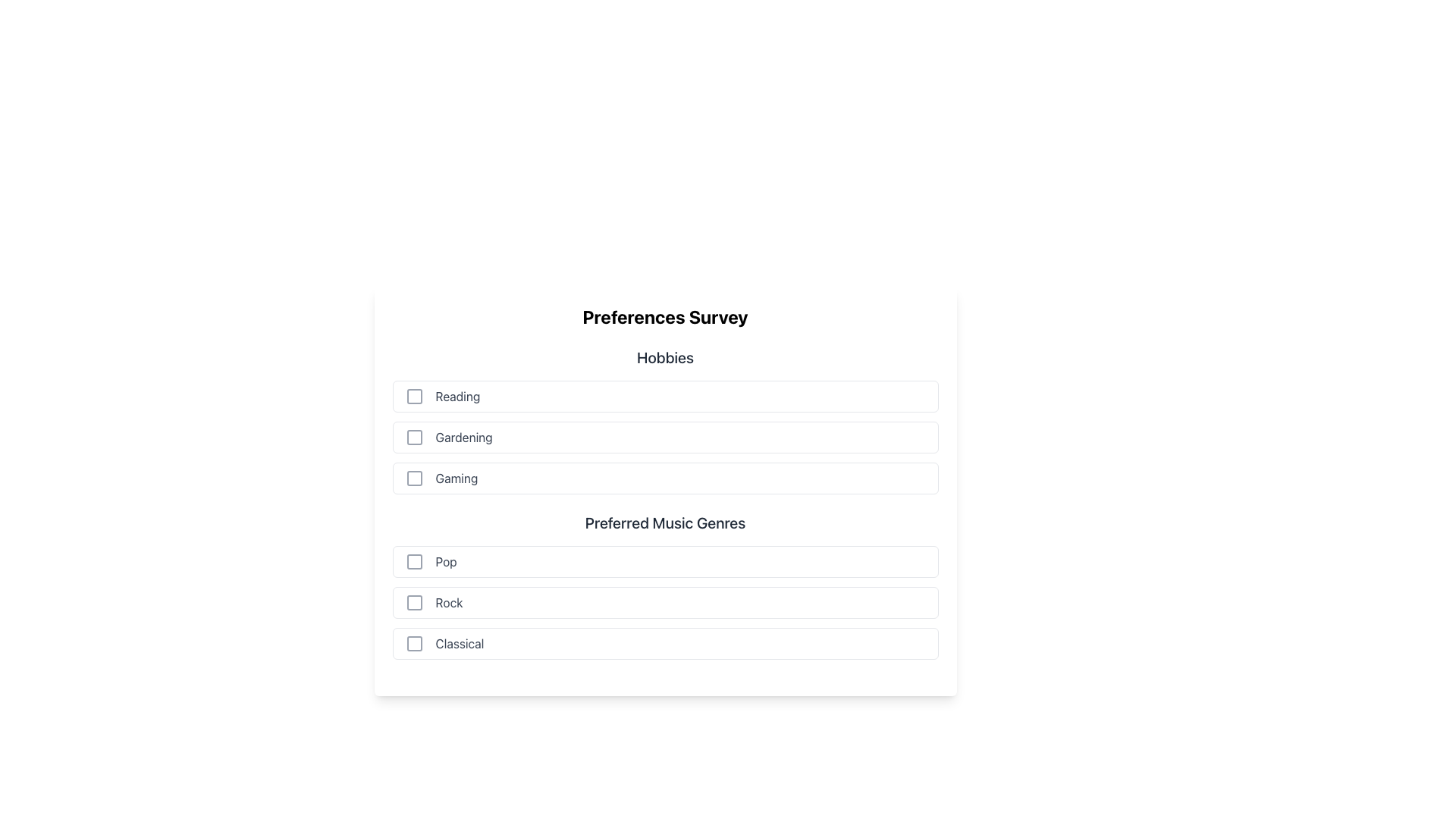 The height and width of the screenshot is (819, 1456). I want to click on the Checkbox selection indicator for the 'Reading' option in the 'Hobbies' section, so click(414, 396).